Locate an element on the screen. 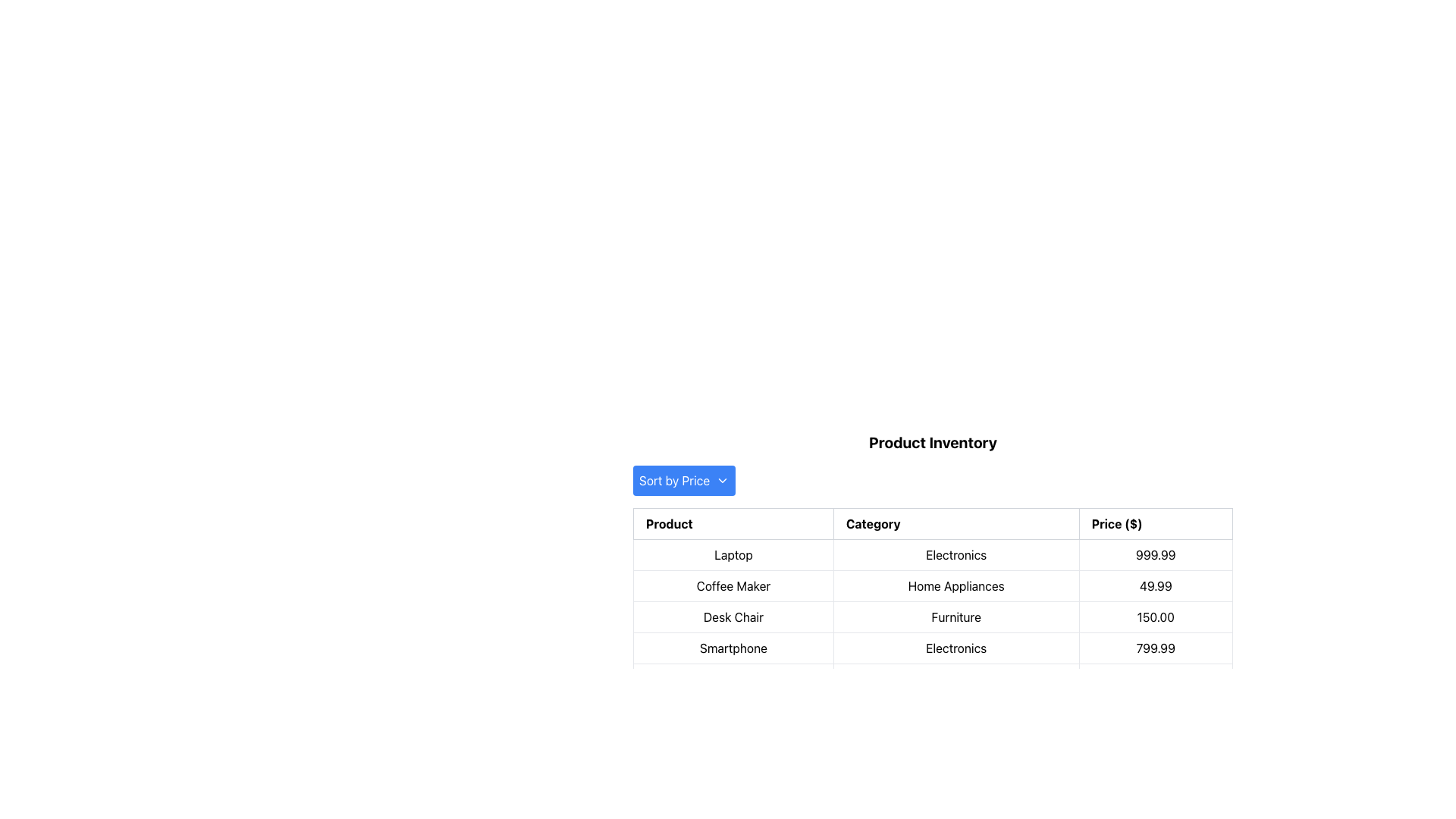  text from the product name label located in the first data row of the inventory table under the 'Product' column is located at coordinates (733, 555).